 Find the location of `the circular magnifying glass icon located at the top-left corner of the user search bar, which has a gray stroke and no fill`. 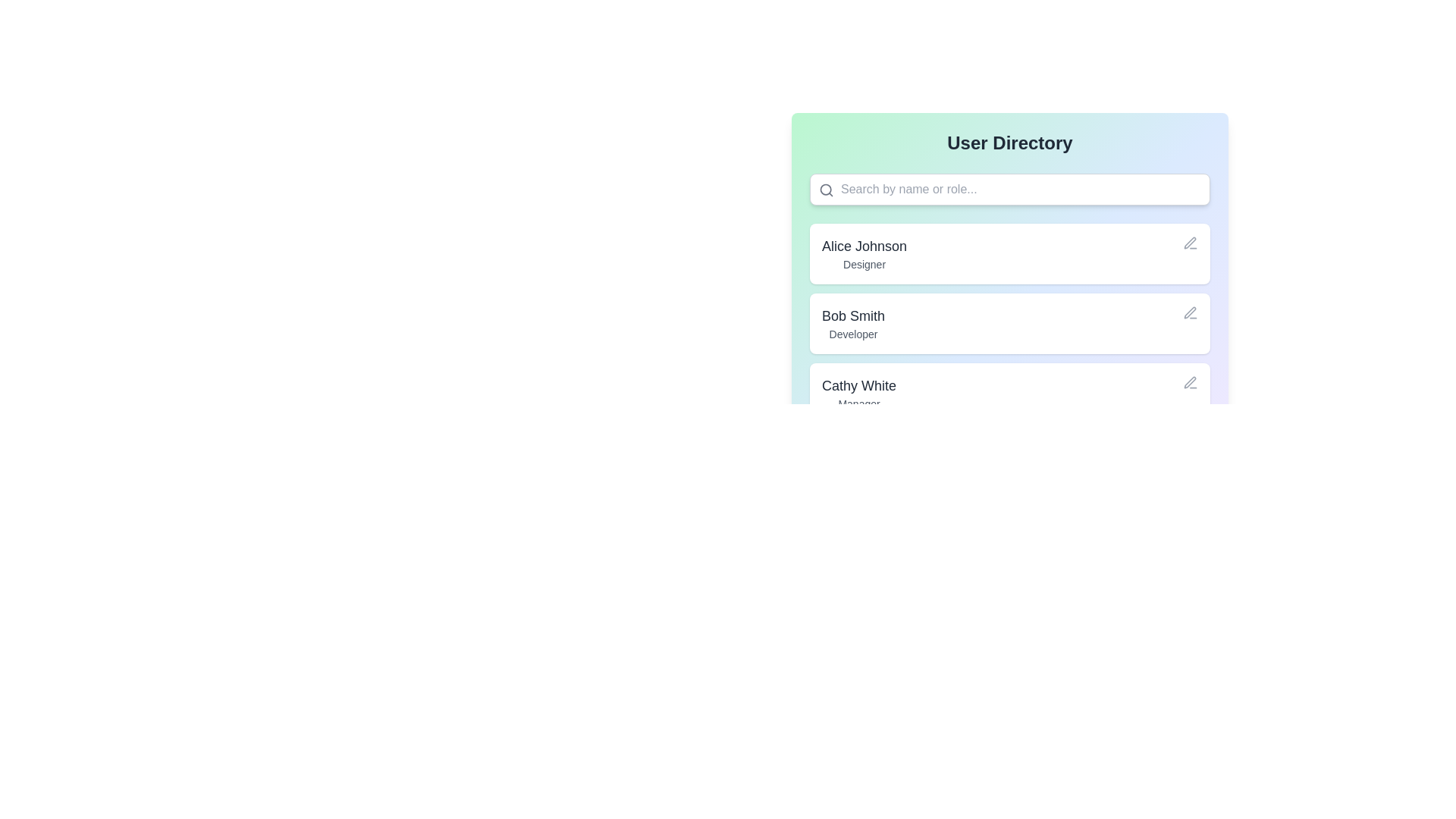

the circular magnifying glass icon located at the top-left corner of the user search bar, which has a gray stroke and no fill is located at coordinates (825, 189).